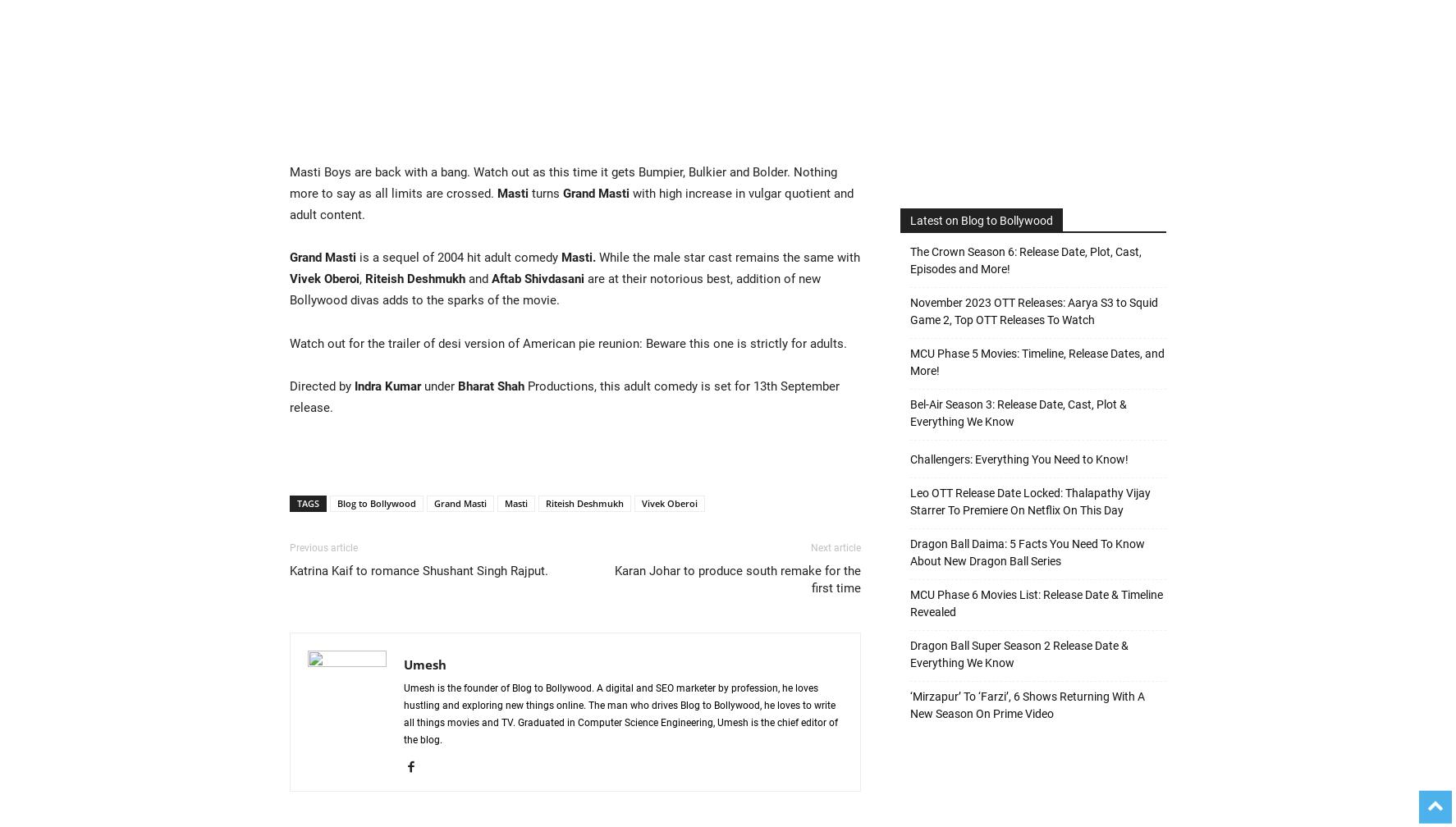 The width and height of the screenshot is (1456, 827). I want to click on '‘Mirzapur’ To ‘Farzi’, 6 Shows Returning With A New Season On Prime Video', so click(909, 705).